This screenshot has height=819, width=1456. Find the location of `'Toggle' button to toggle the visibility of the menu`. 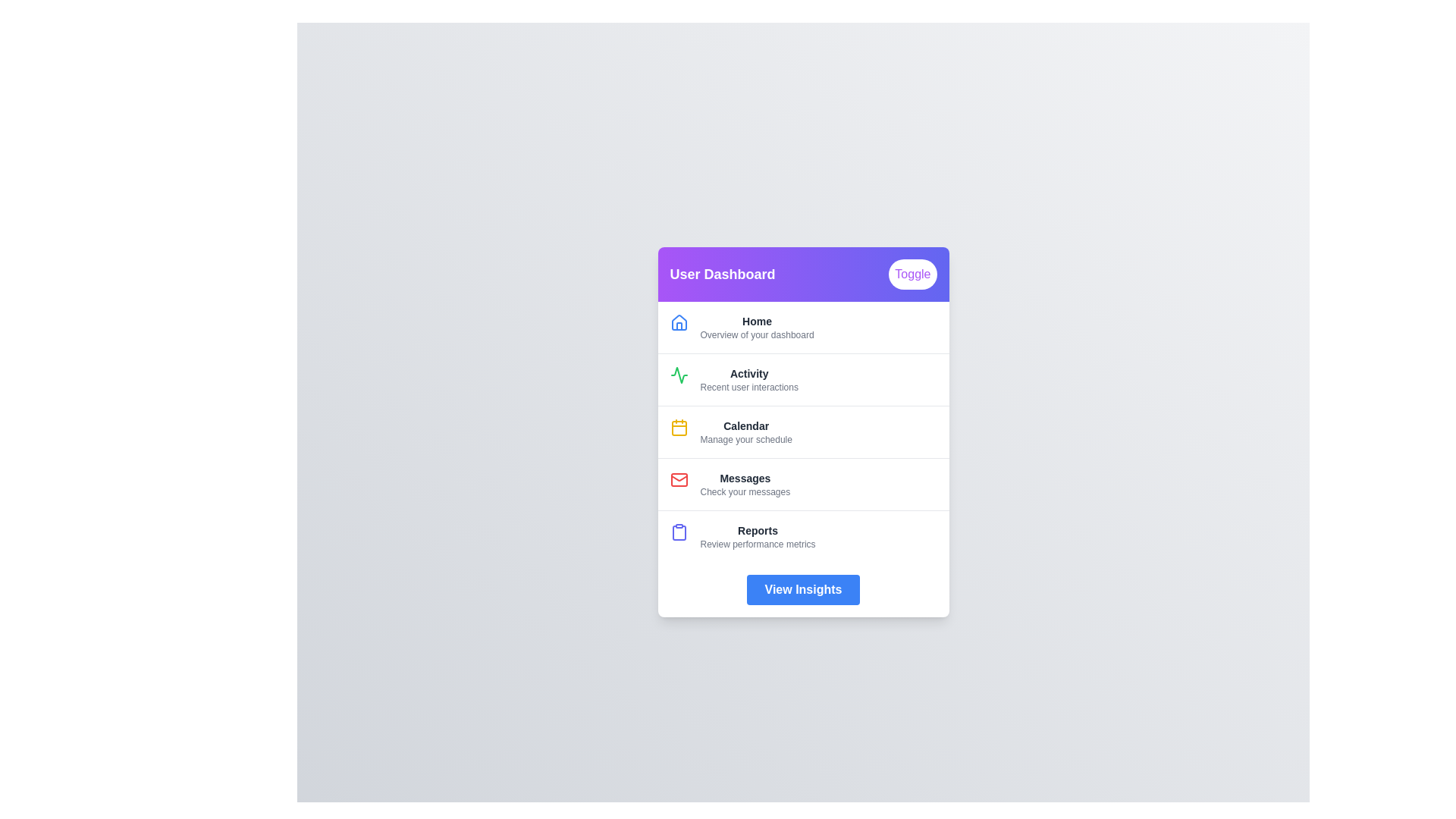

'Toggle' button to toggle the visibility of the menu is located at coordinates (912, 275).